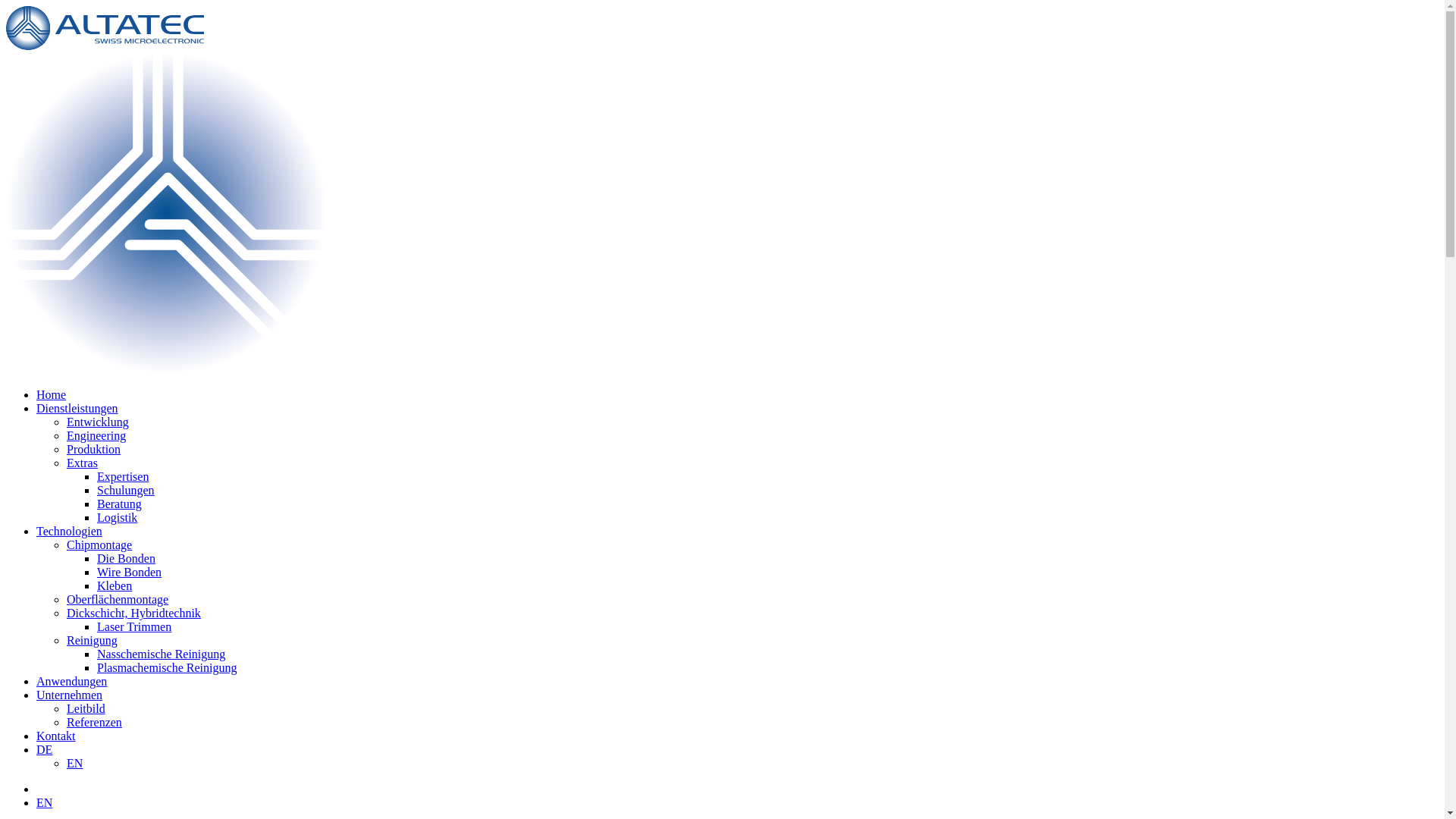  Describe the element at coordinates (91, 640) in the screenshot. I see `'Reinigung'` at that location.